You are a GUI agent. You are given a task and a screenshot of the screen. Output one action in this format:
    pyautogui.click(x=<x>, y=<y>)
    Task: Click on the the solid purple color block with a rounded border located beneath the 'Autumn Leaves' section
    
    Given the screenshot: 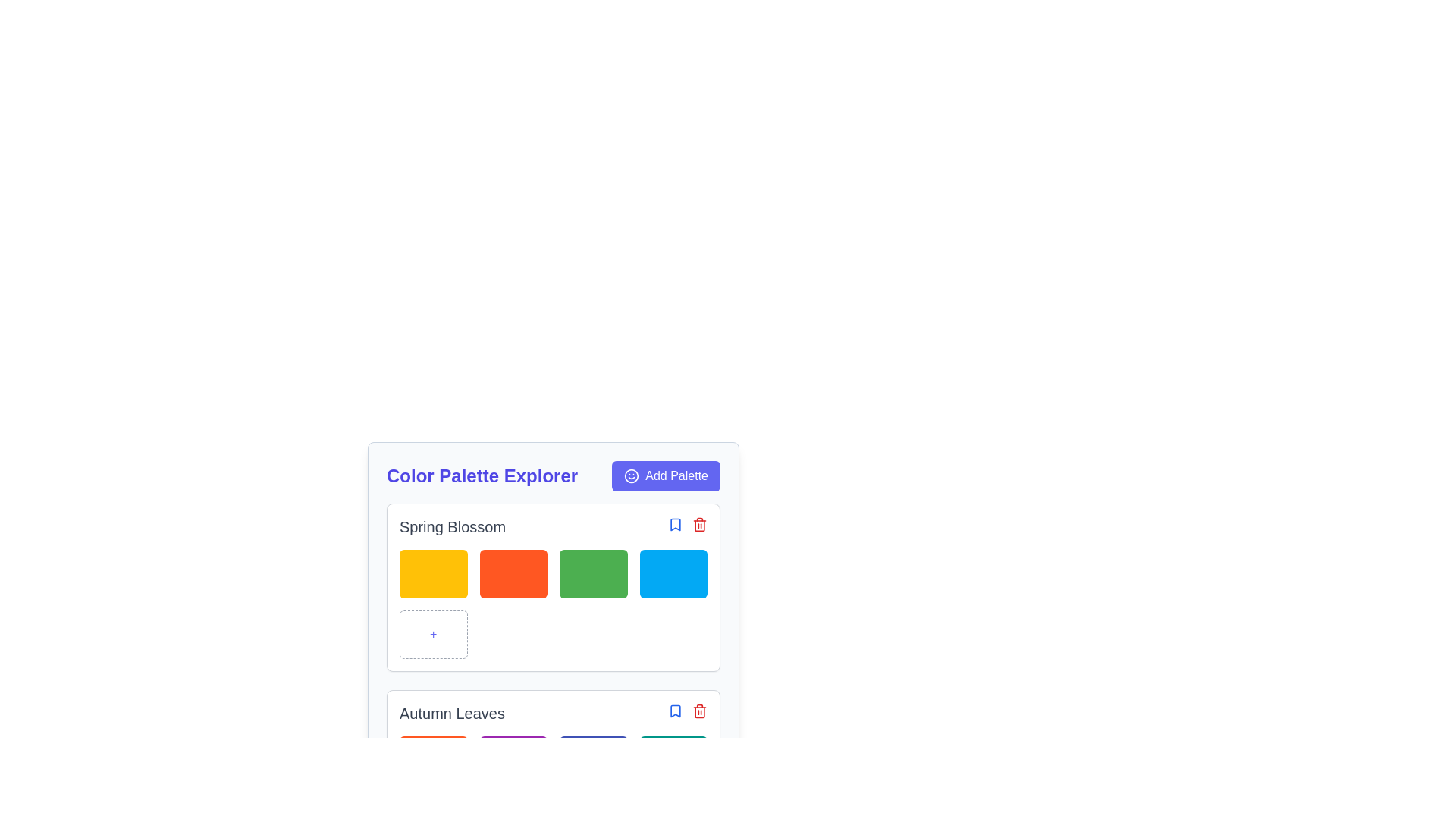 What is the action you would take?
    pyautogui.click(x=513, y=760)
    